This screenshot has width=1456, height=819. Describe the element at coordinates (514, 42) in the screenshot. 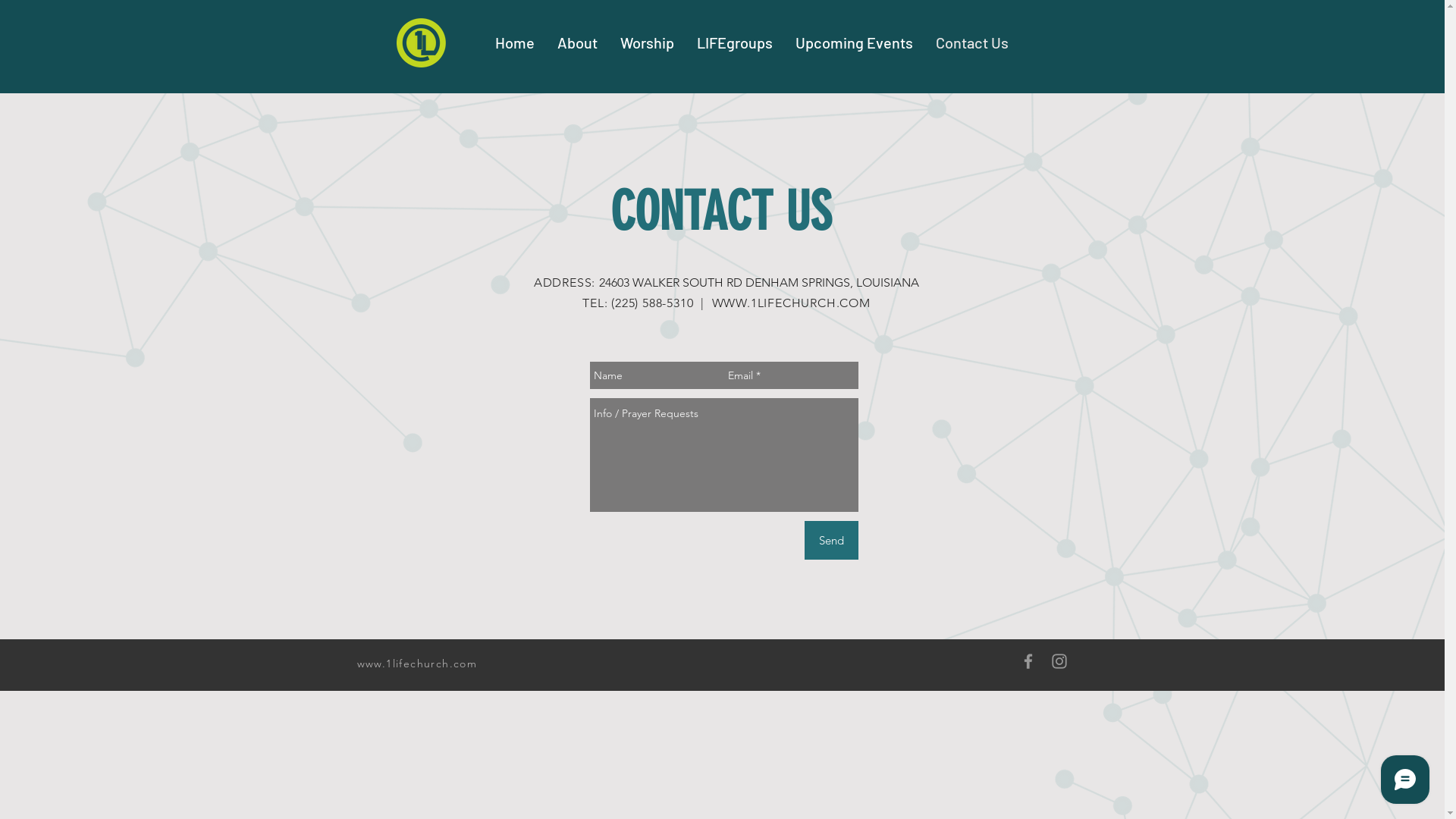

I see `'Home'` at that location.